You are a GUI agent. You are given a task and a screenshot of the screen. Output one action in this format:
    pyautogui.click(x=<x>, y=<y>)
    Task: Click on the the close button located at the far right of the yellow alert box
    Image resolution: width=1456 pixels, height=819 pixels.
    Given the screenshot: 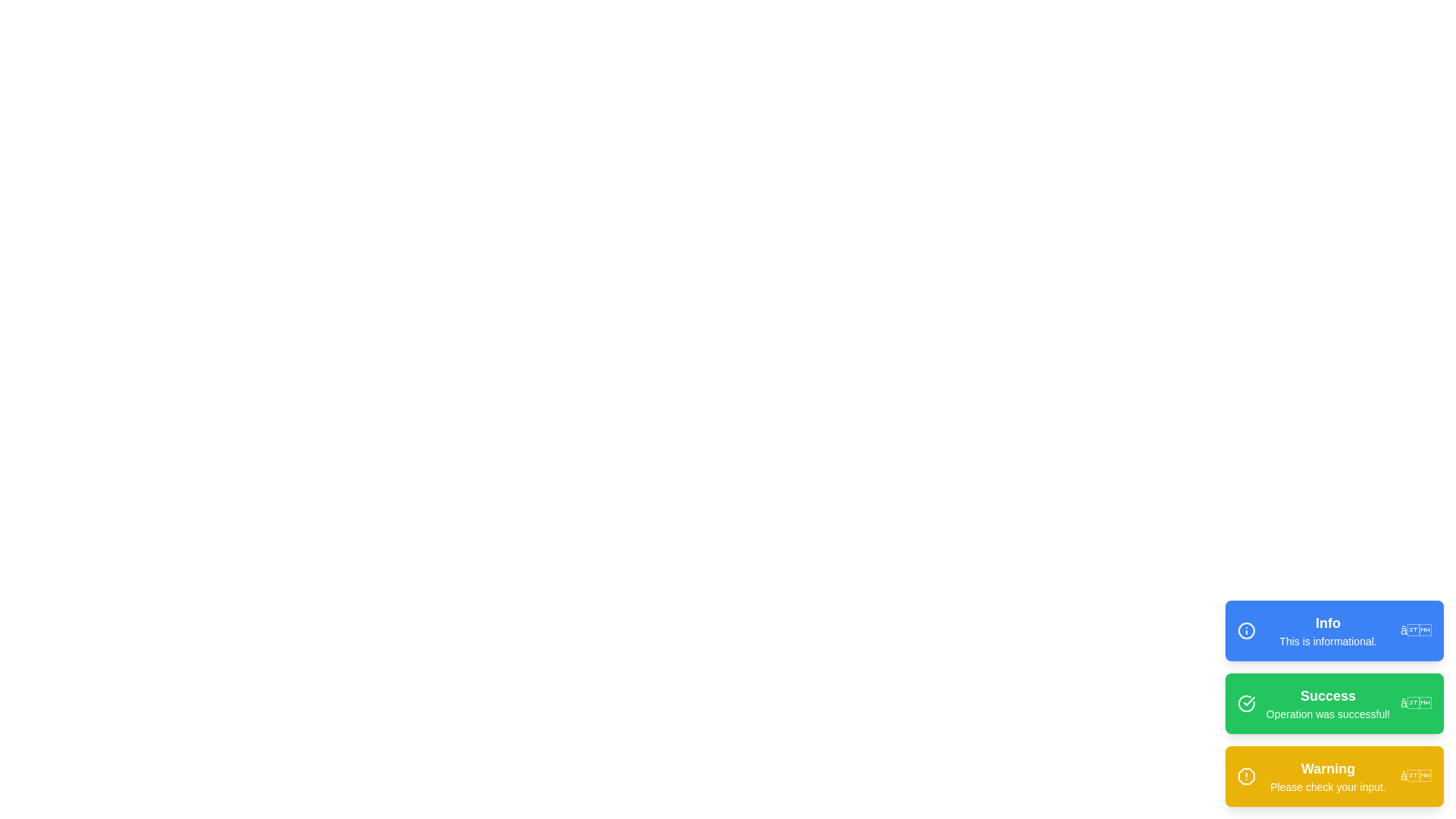 What is the action you would take?
    pyautogui.click(x=1415, y=776)
    